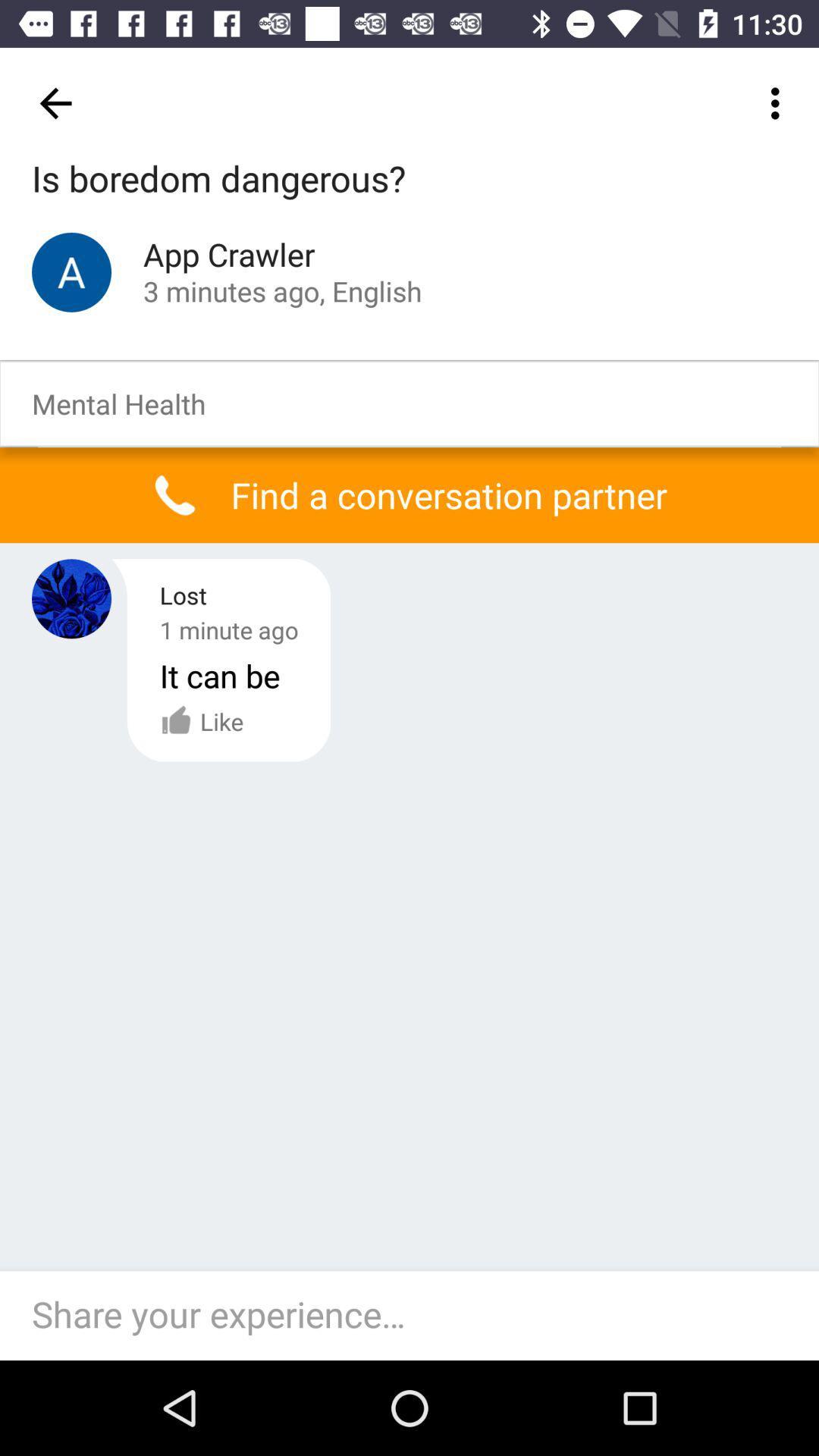 This screenshot has width=819, height=1456. What do you see at coordinates (71, 272) in the screenshot?
I see `the icon which is left side of the app crawler` at bounding box center [71, 272].